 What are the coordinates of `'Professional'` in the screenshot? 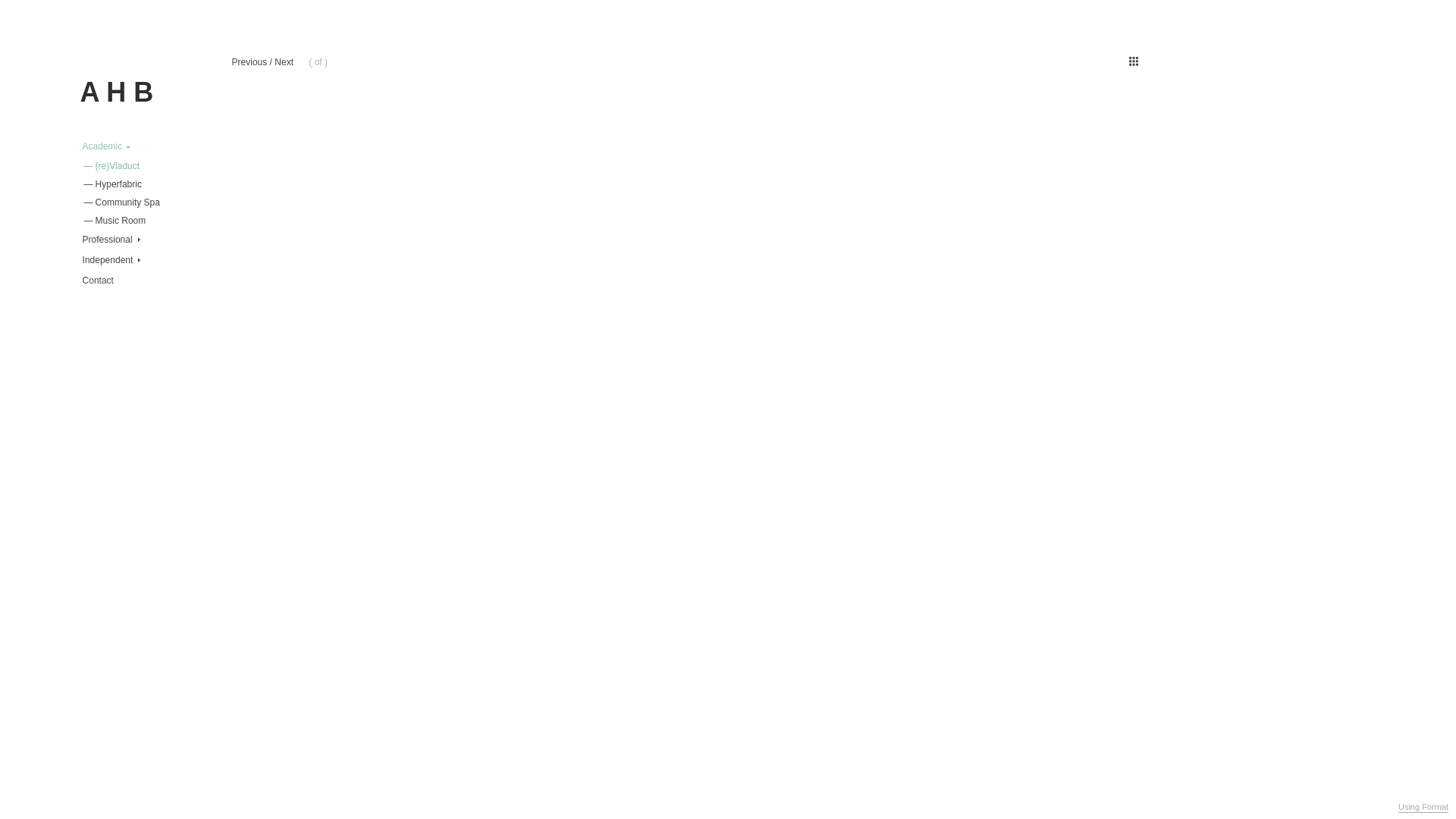 It's located at (110, 239).